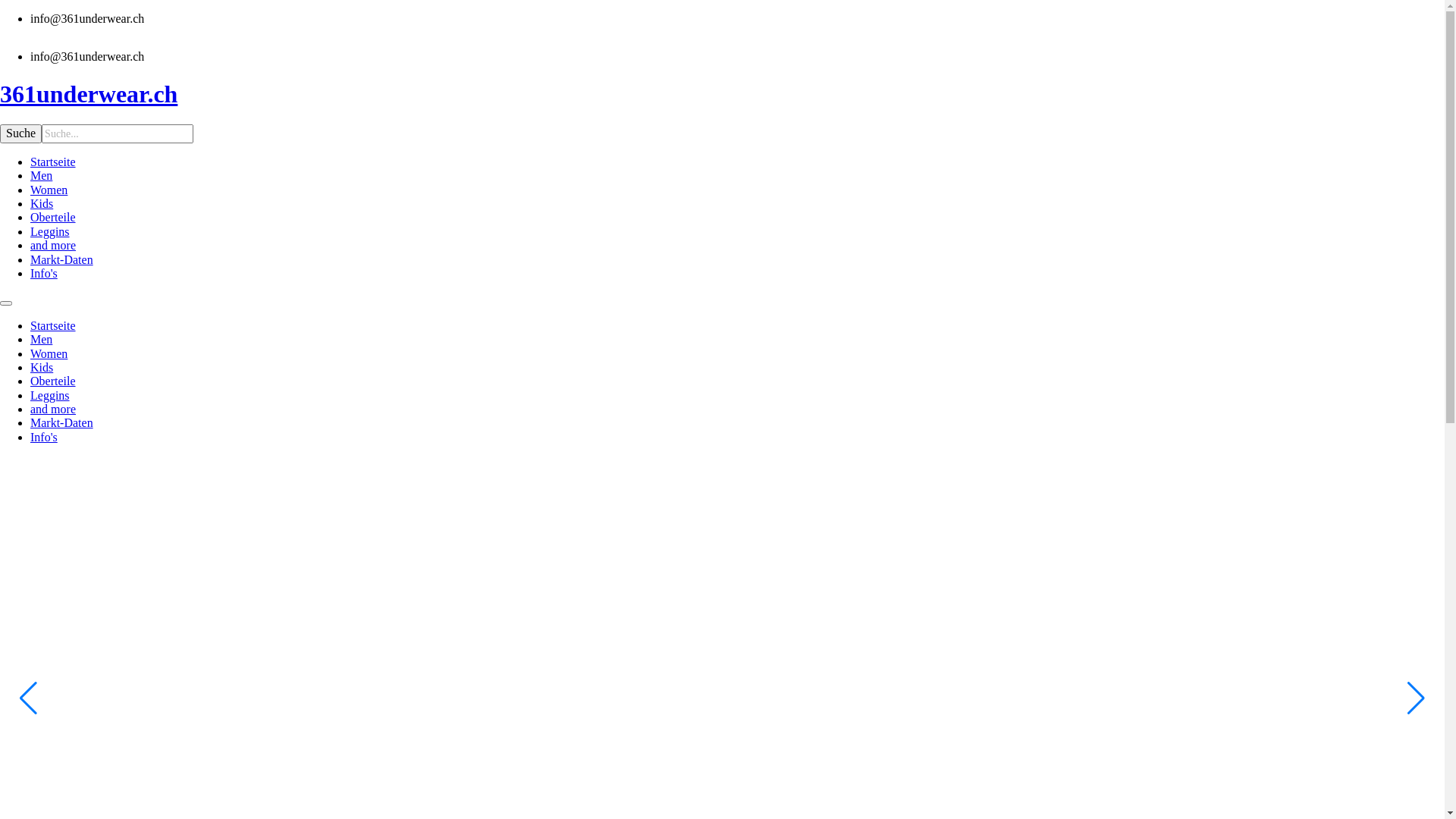  Describe the element at coordinates (30, 338) in the screenshot. I see `'Men'` at that location.